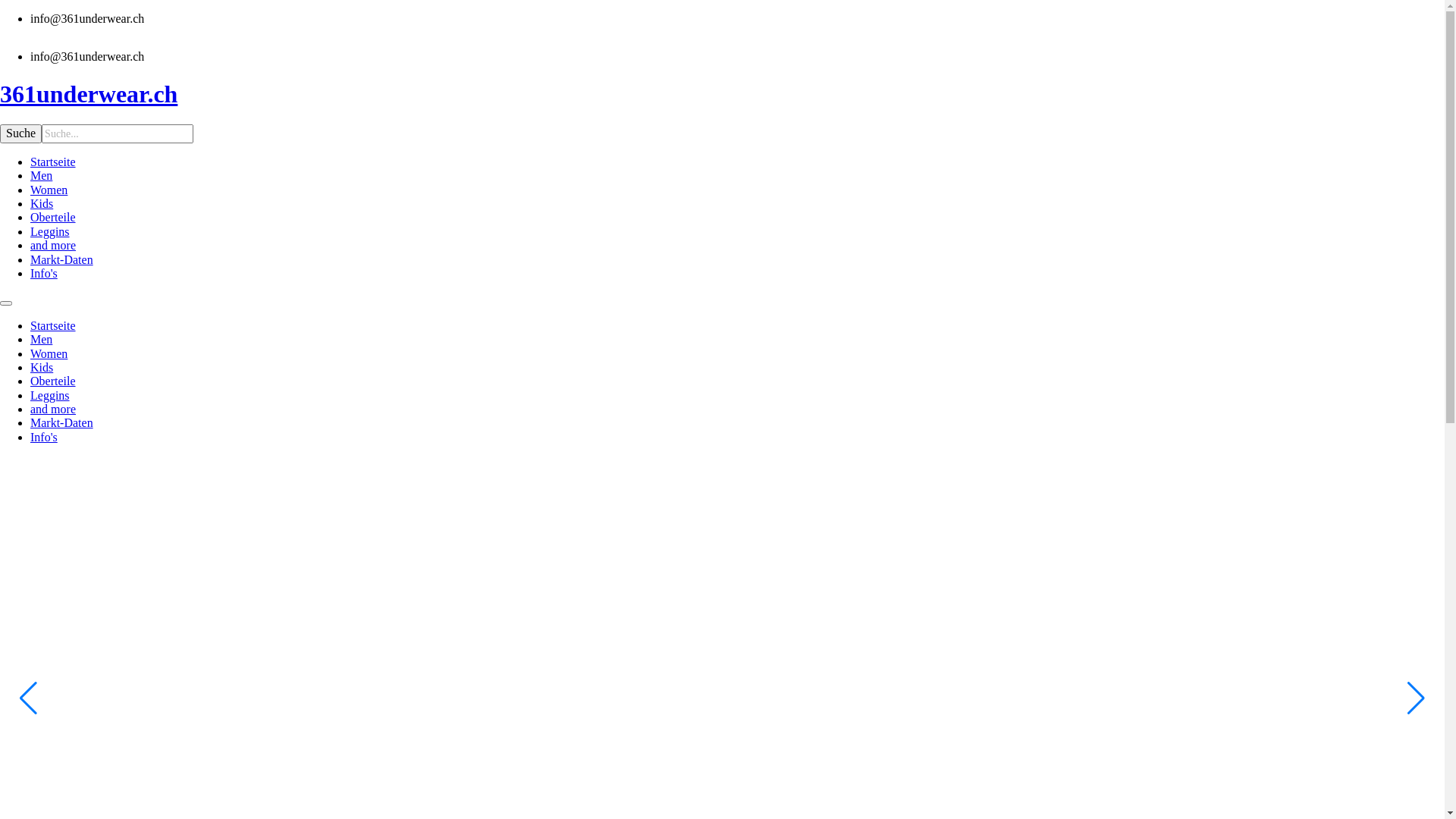  Describe the element at coordinates (30, 338) in the screenshot. I see `'Men'` at that location.